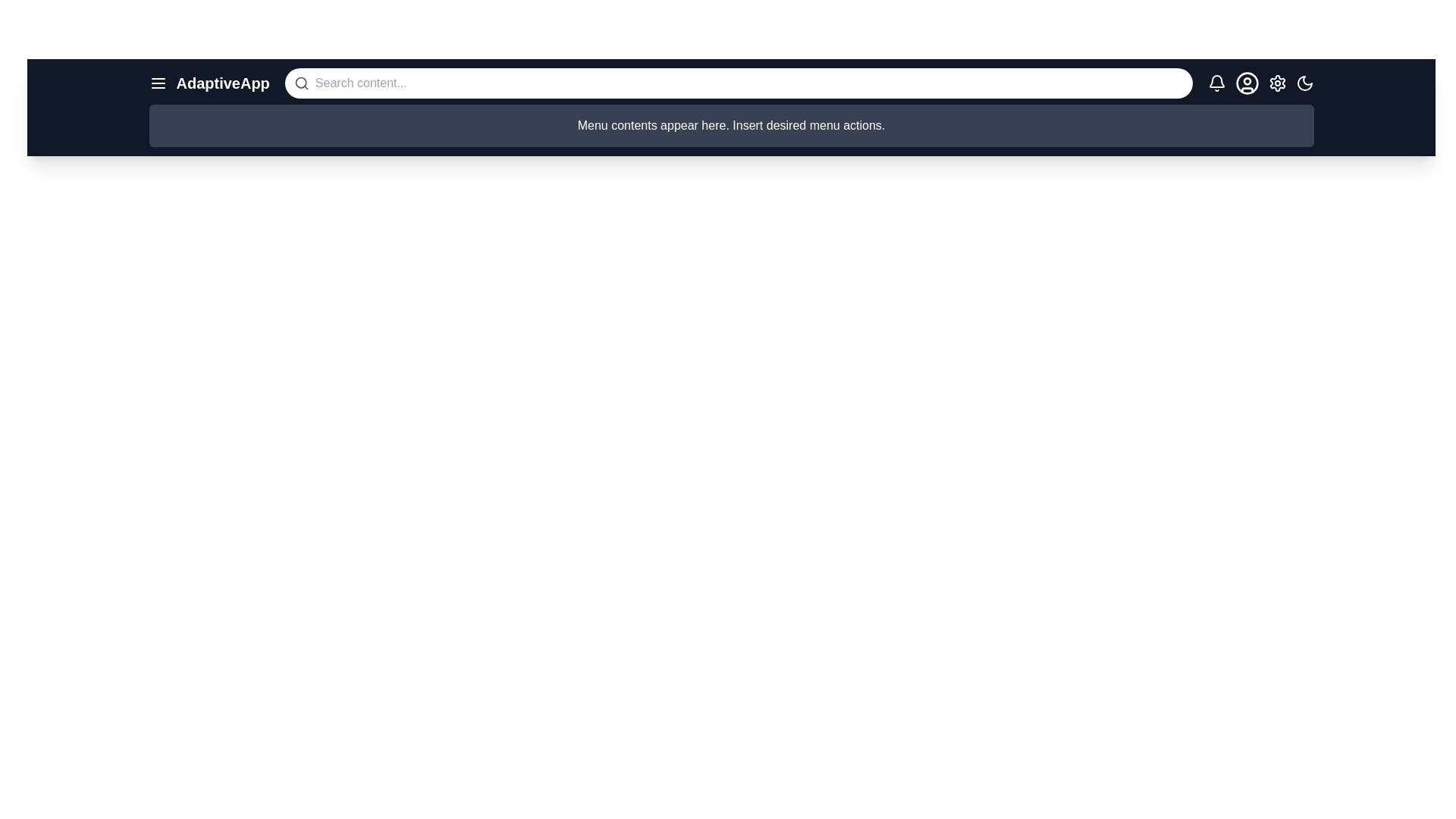 The height and width of the screenshot is (819, 1456). I want to click on the menu icon to toggle the menu visibility, so click(158, 83).